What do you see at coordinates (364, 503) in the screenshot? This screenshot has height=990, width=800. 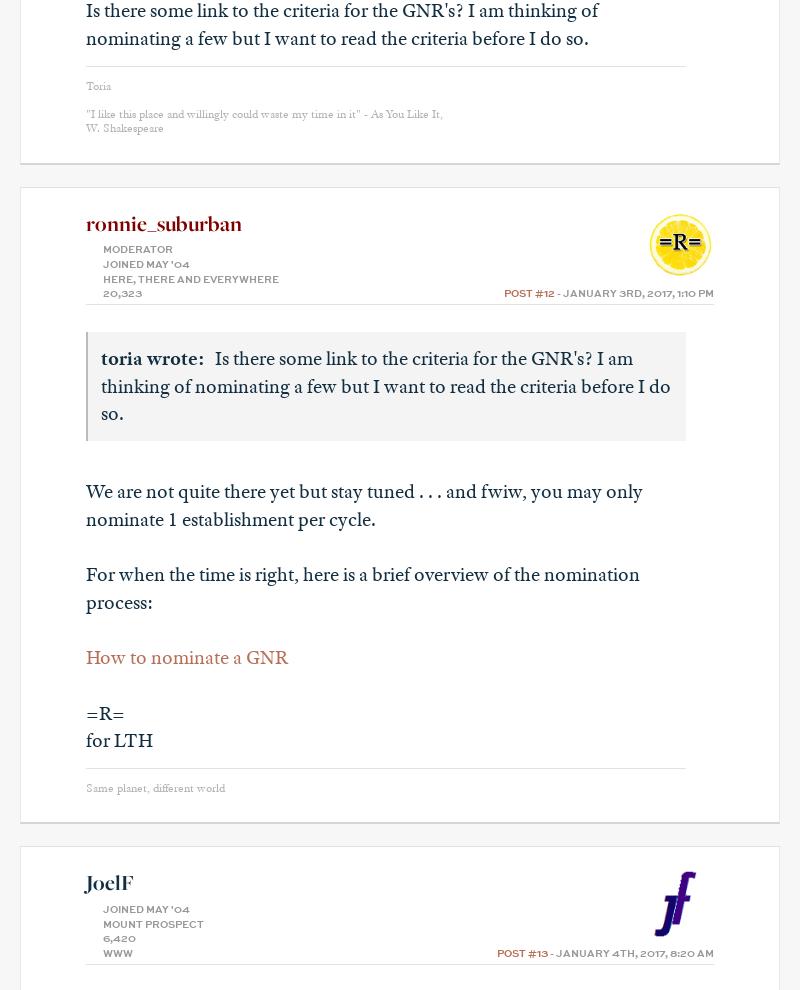 I see `'We are not quite there yet but stay tuned . . . and fwiw, you may only nominate 1 establishment per cycle.'` at bounding box center [364, 503].